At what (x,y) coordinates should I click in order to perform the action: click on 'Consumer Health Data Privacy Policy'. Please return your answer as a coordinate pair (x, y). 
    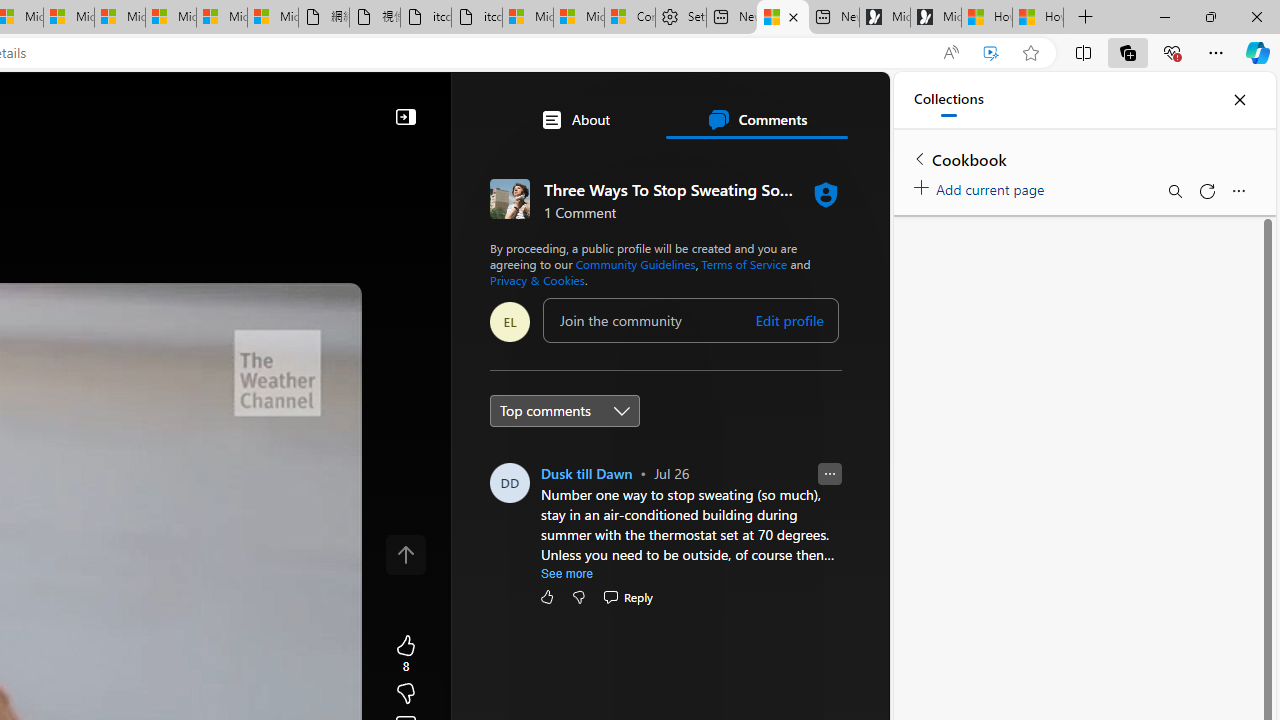
    Looking at the image, I should click on (629, 17).